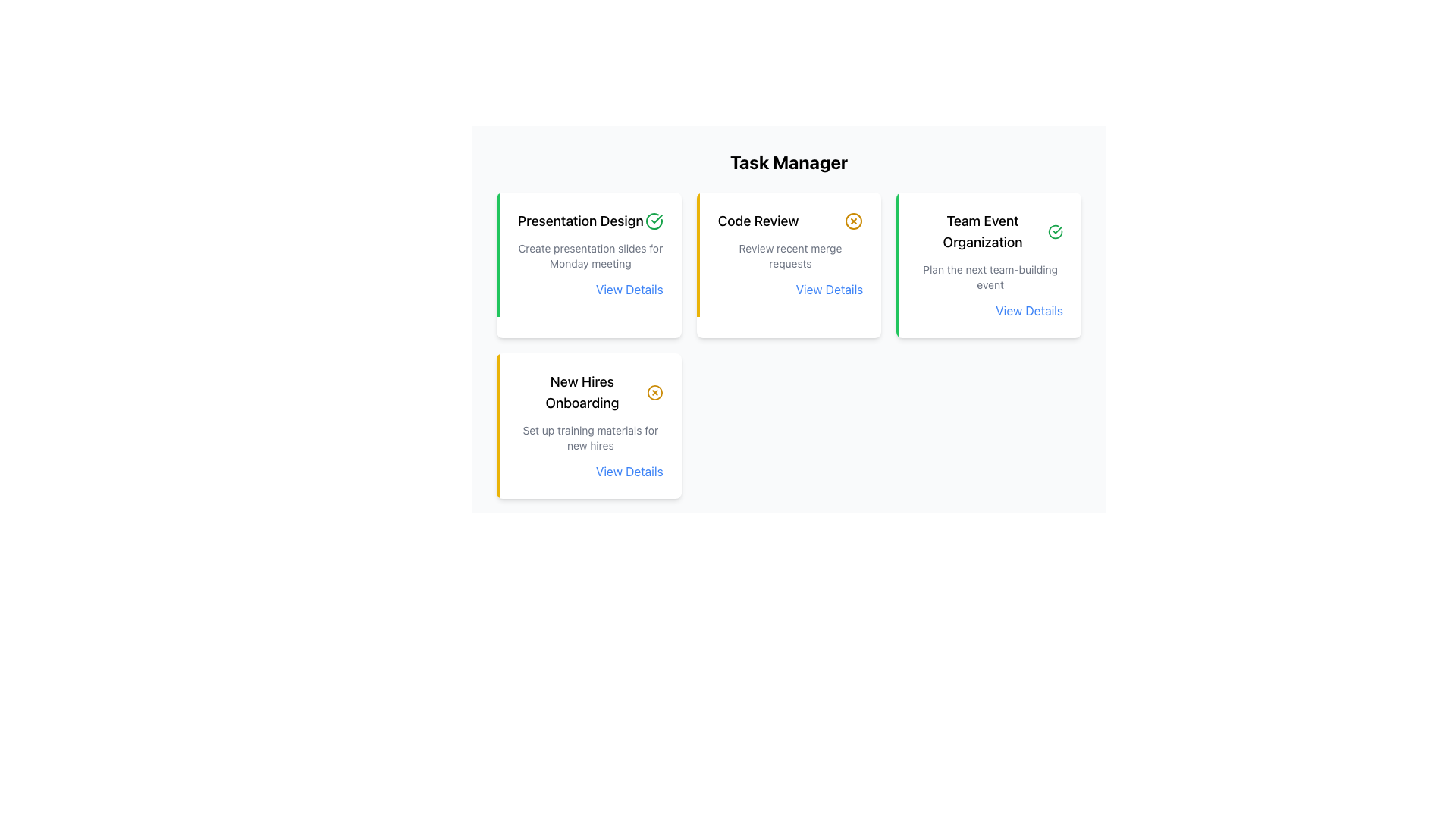 This screenshot has width=1456, height=819. What do you see at coordinates (588, 289) in the screenshot?
I see `the hyperlink located at the bottom right of the 'Presentation Design' card under the 'Task Manager' heading` at bounding box center [588, 289].